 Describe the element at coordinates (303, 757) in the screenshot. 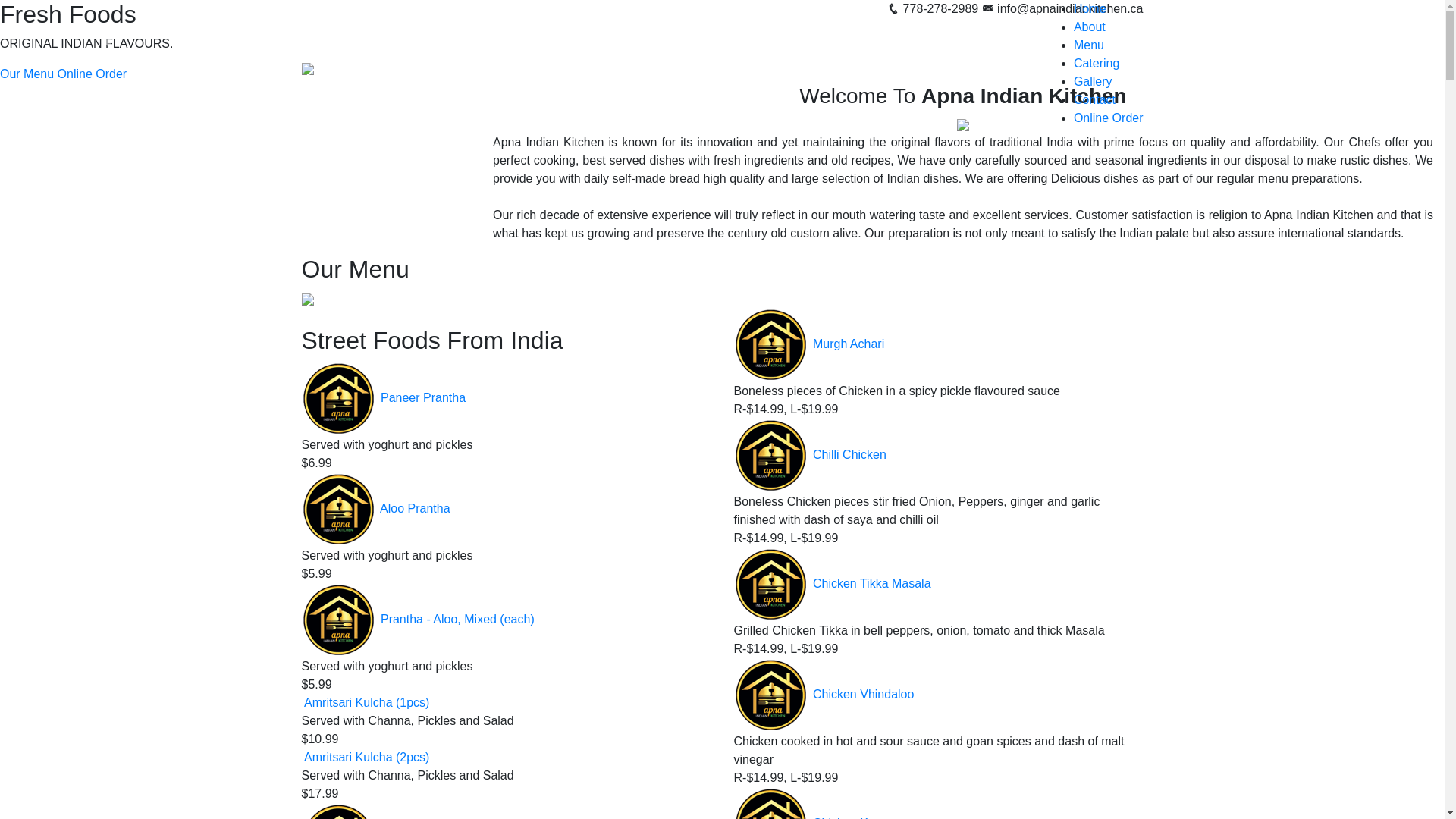

I see `'Amritsari Kulcha (2pcs)'` at that location.